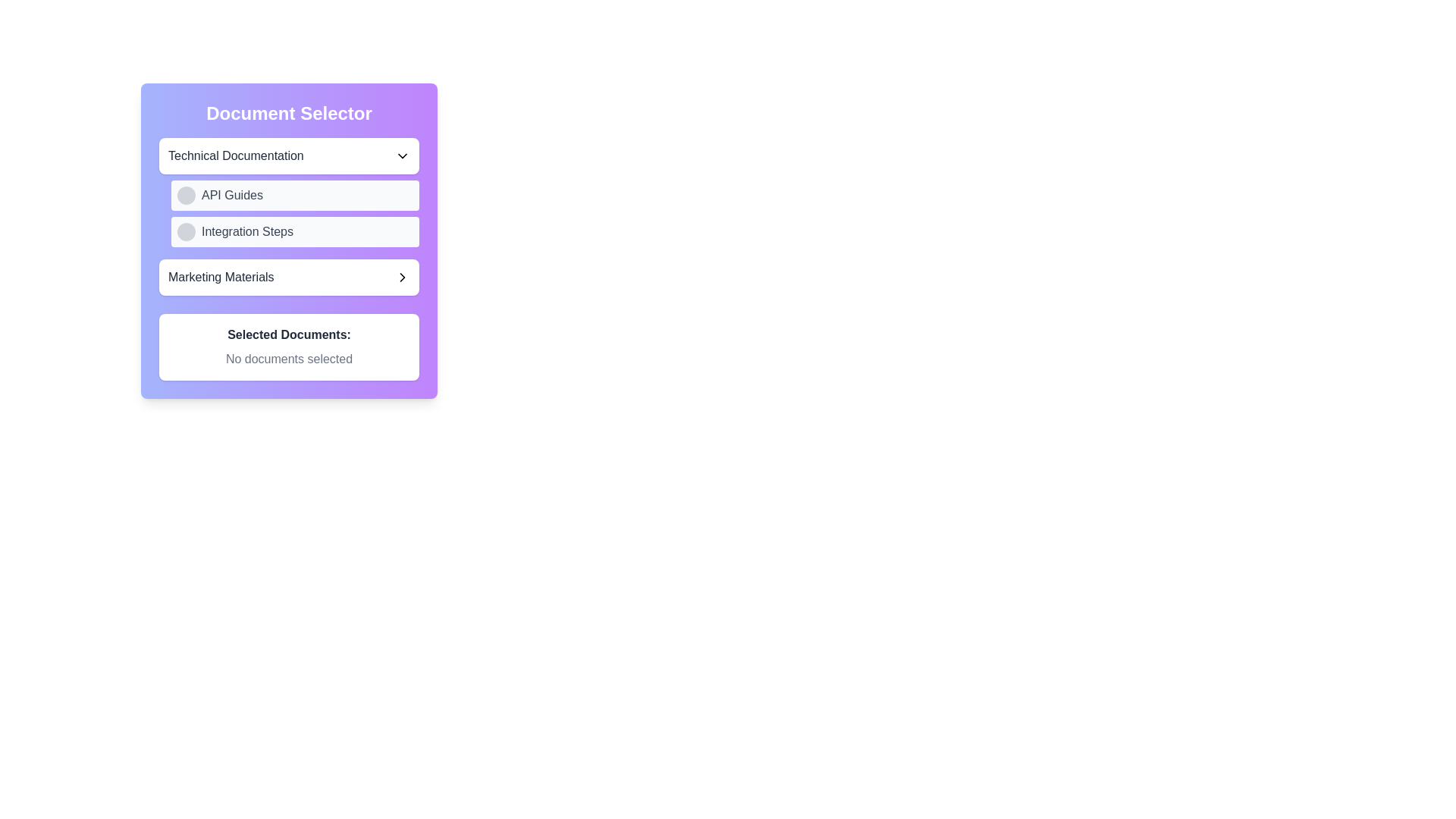 The width and height of the screenshot is (1456, 819). What do you see at coordinates (247, 231) in the screenshot?
I see `the text label displaying 'Integration Steps' located in the second item under the 'Technical Documentation' category in the 'Document Selector' interface` at bounding box center [247, 231].